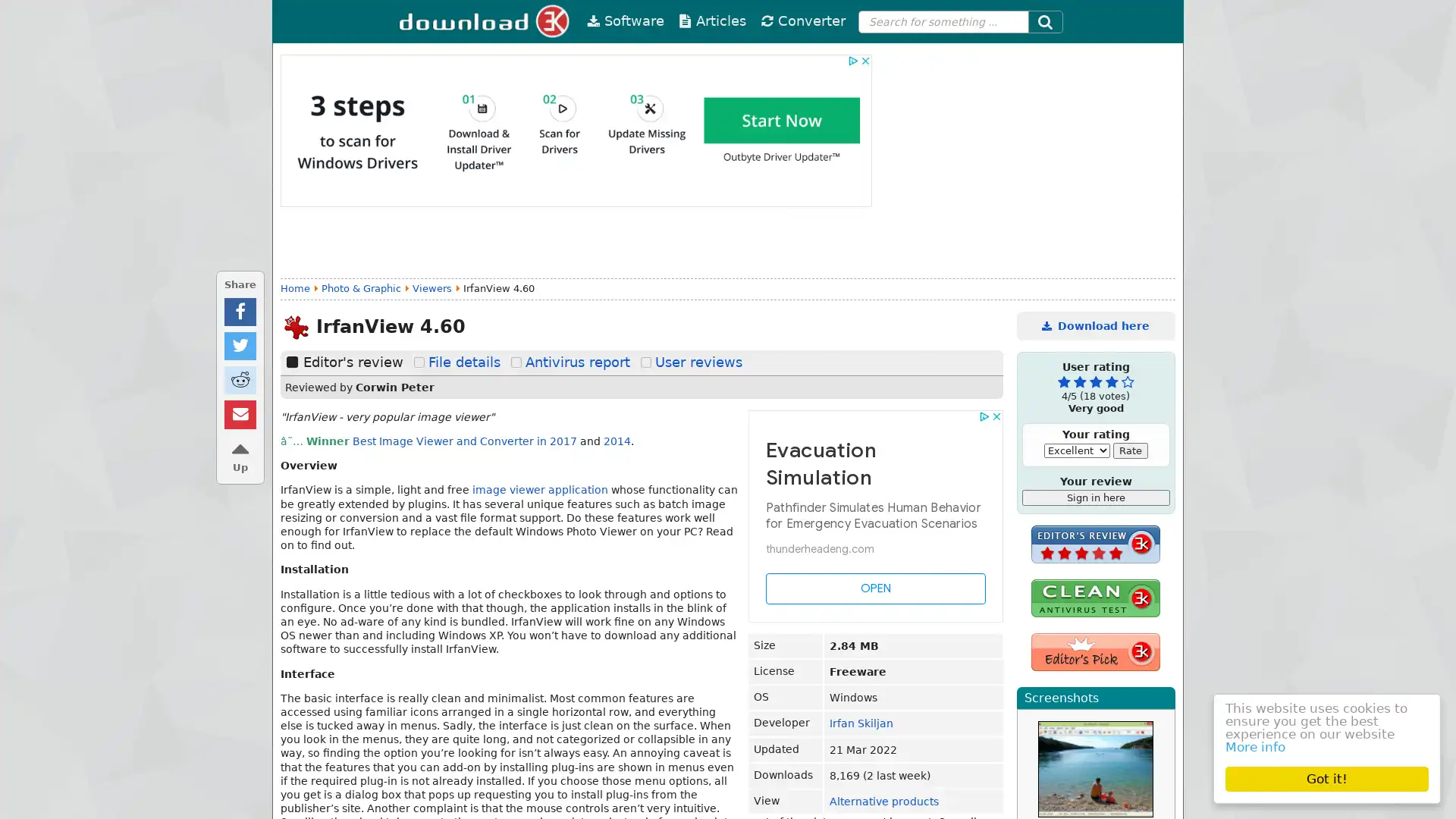  What do you see at coordinates (1095, 497) in the screenshot?
I see `Sign in here` at bounding box center [1095, 497].